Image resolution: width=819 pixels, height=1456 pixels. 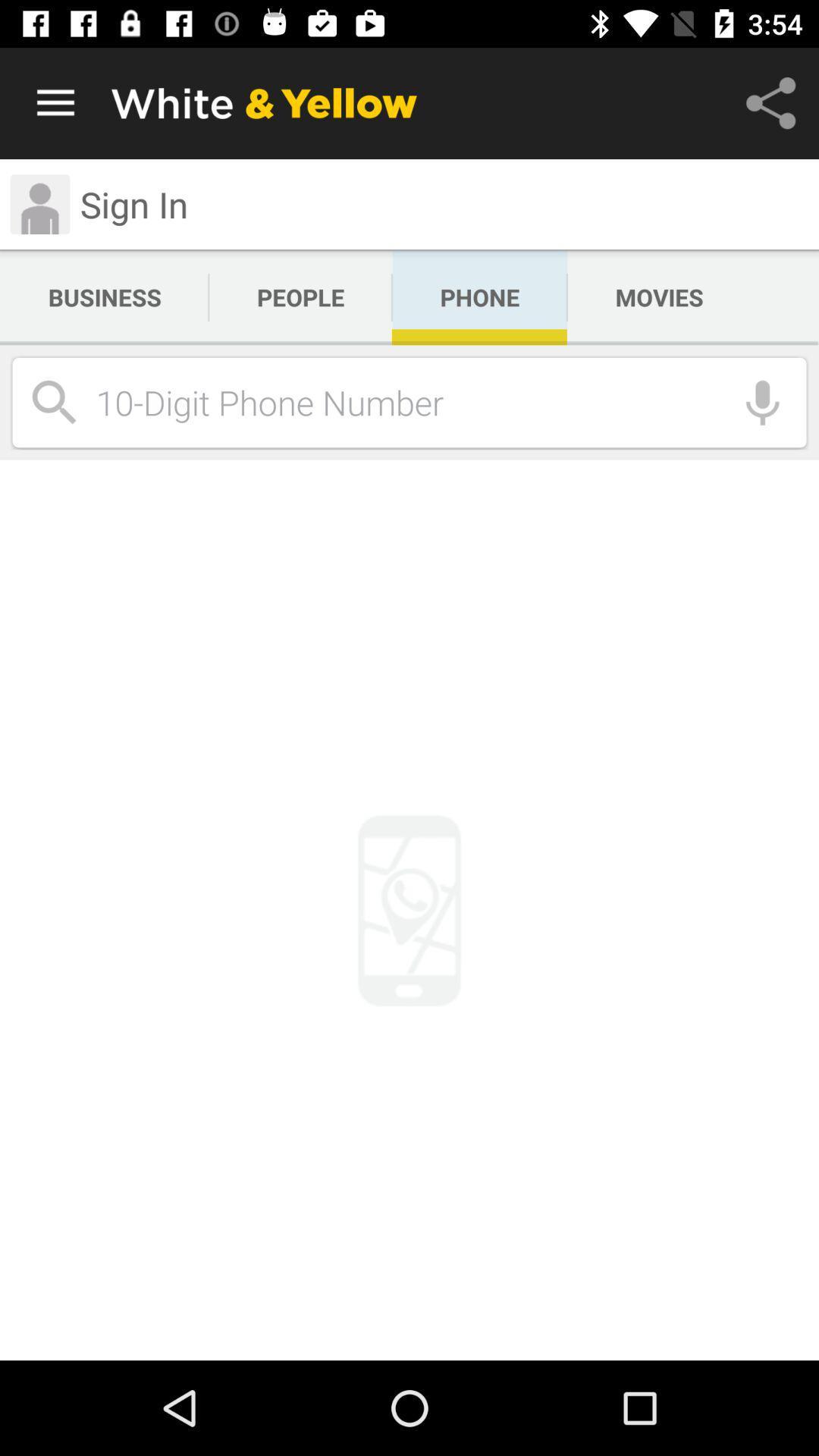 What do you see at coordinates (417, 403) in the screenshot?
I see `icon below the business` at bounding box center [417, 403].